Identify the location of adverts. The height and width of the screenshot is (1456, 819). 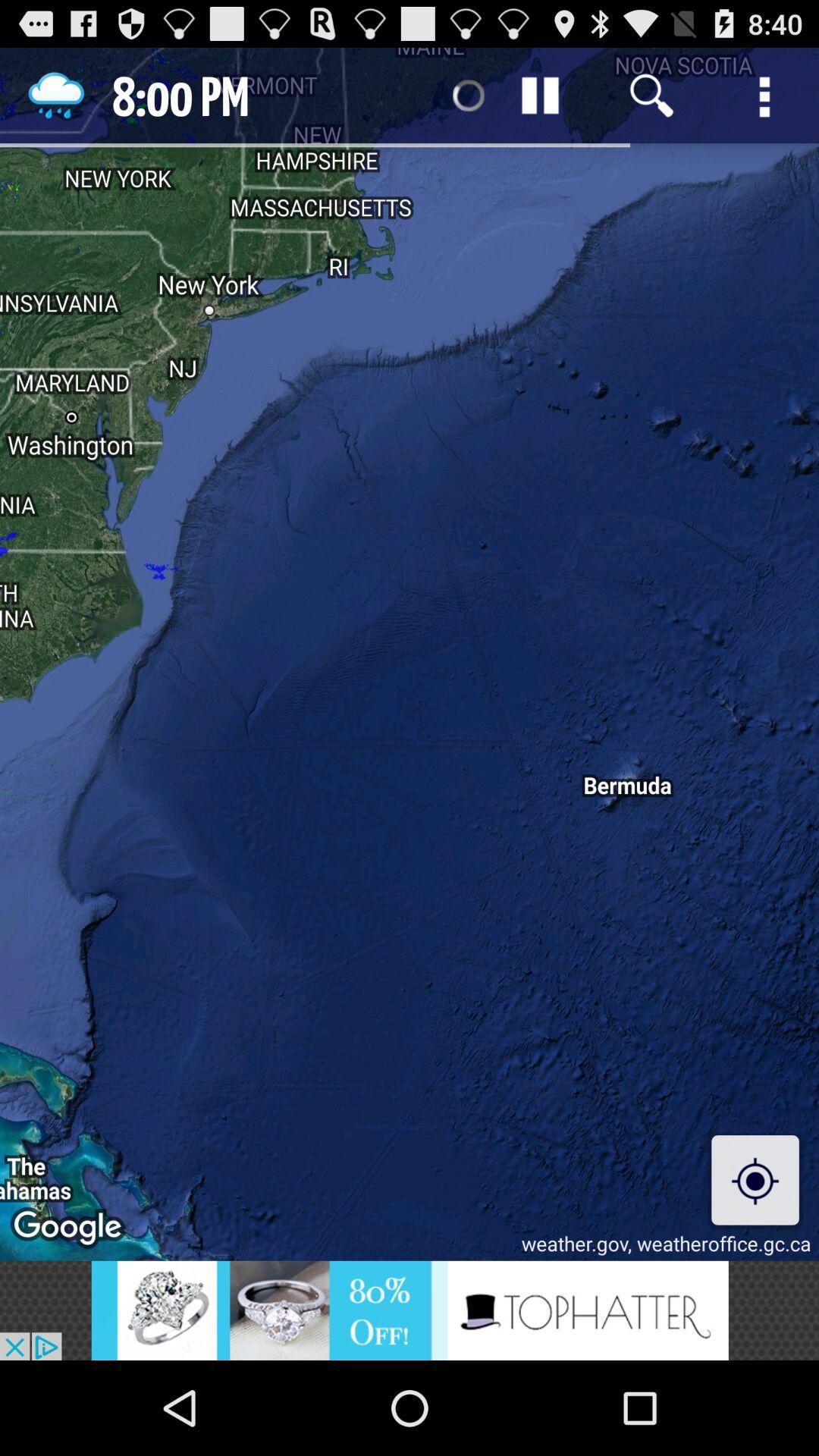
(409, 1310).